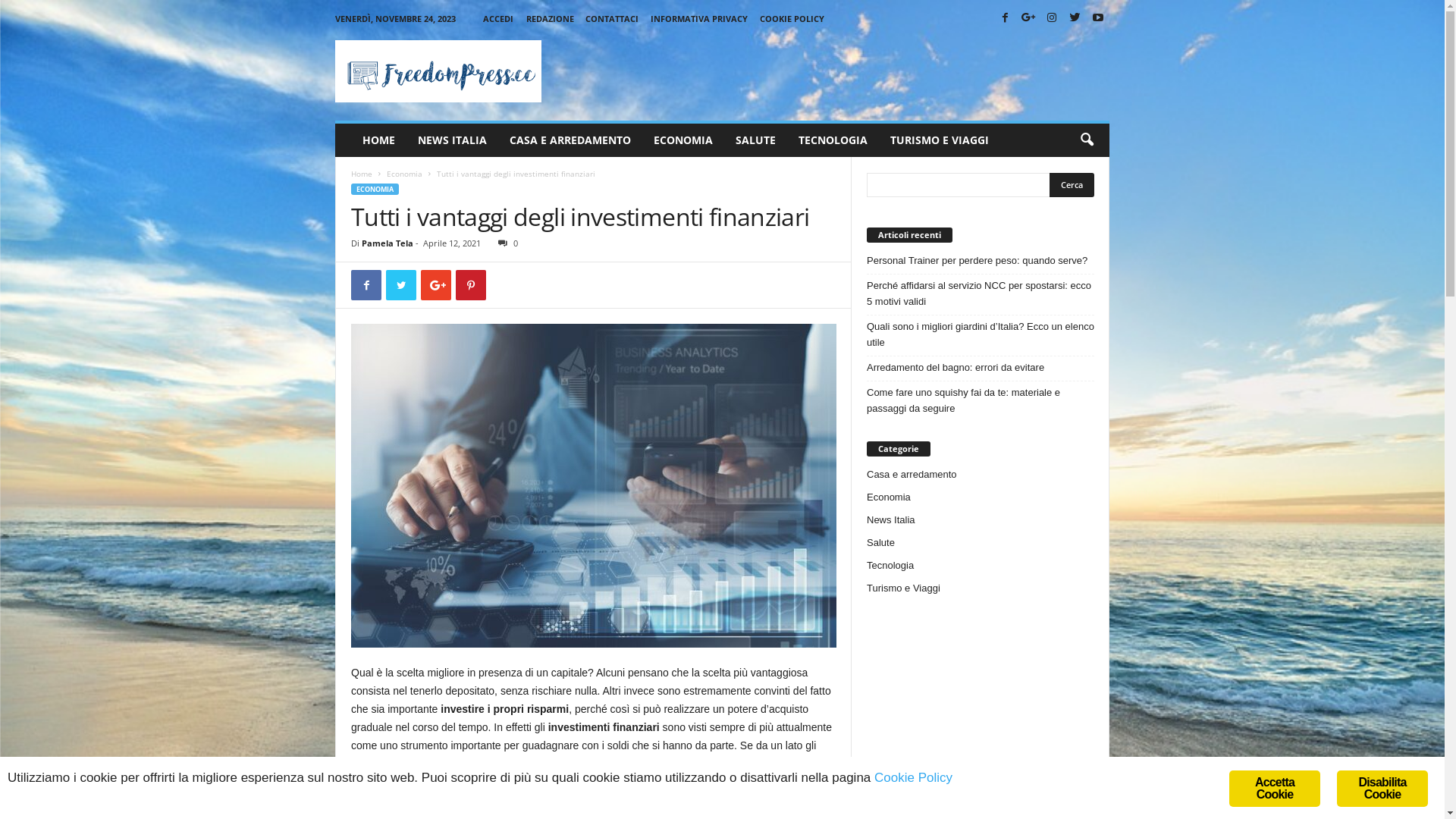 Image resolution: width=1456 pixels, height=819 pixels. What do you see at coordinates (651, 18) in the screenshot?
I see `'INFORMATIVA PRIVACY'` at bounding box center [651, 18].